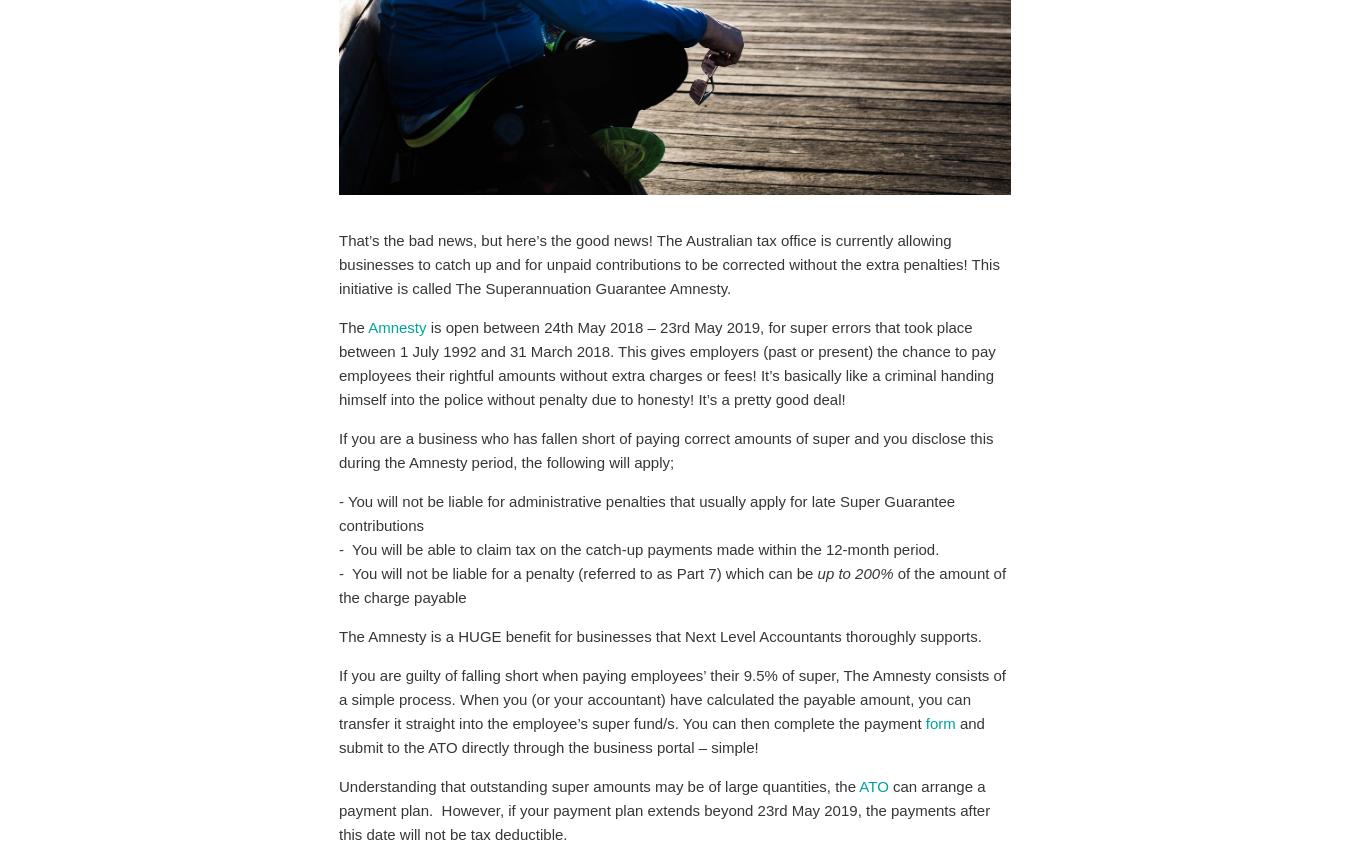 Image resolution: width=1350 pixels, height=853 pixels. Describe the element at coordinates (664, 734) in the screenshot. I see `'and submit to the ATO directly through the business portal – simple!'` at that location.